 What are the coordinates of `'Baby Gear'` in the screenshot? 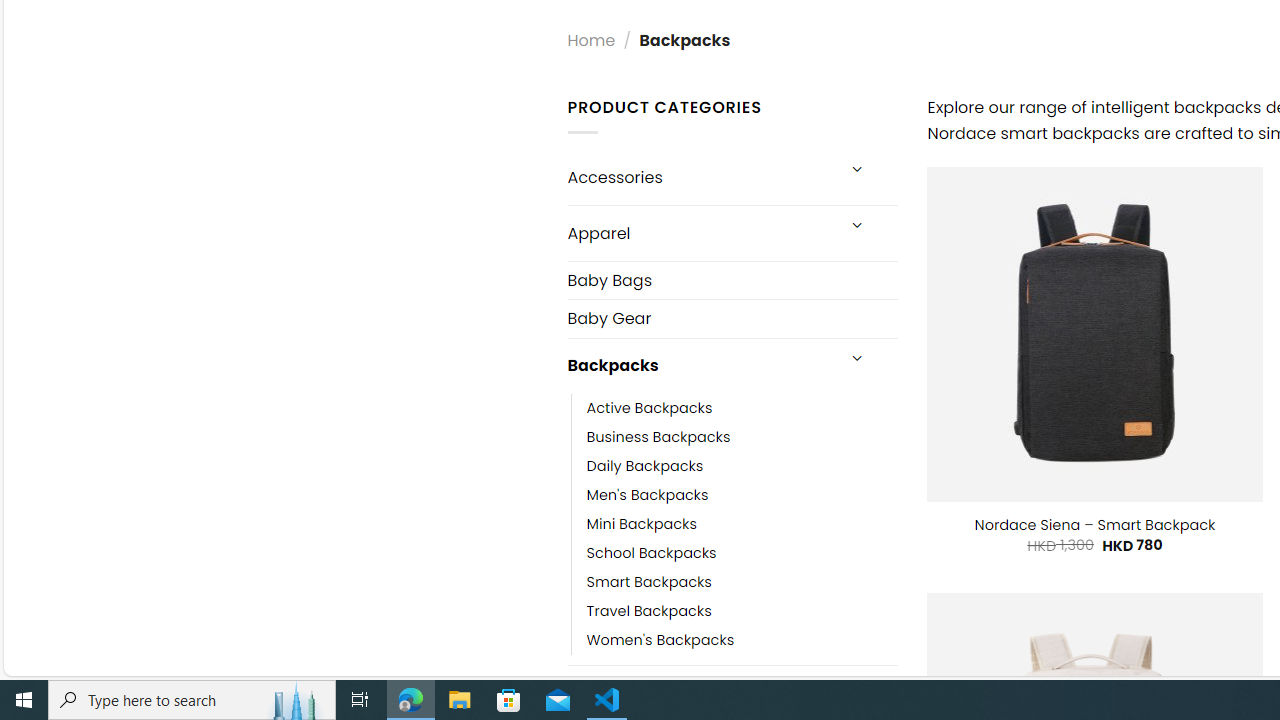 It's located at (731, 317).